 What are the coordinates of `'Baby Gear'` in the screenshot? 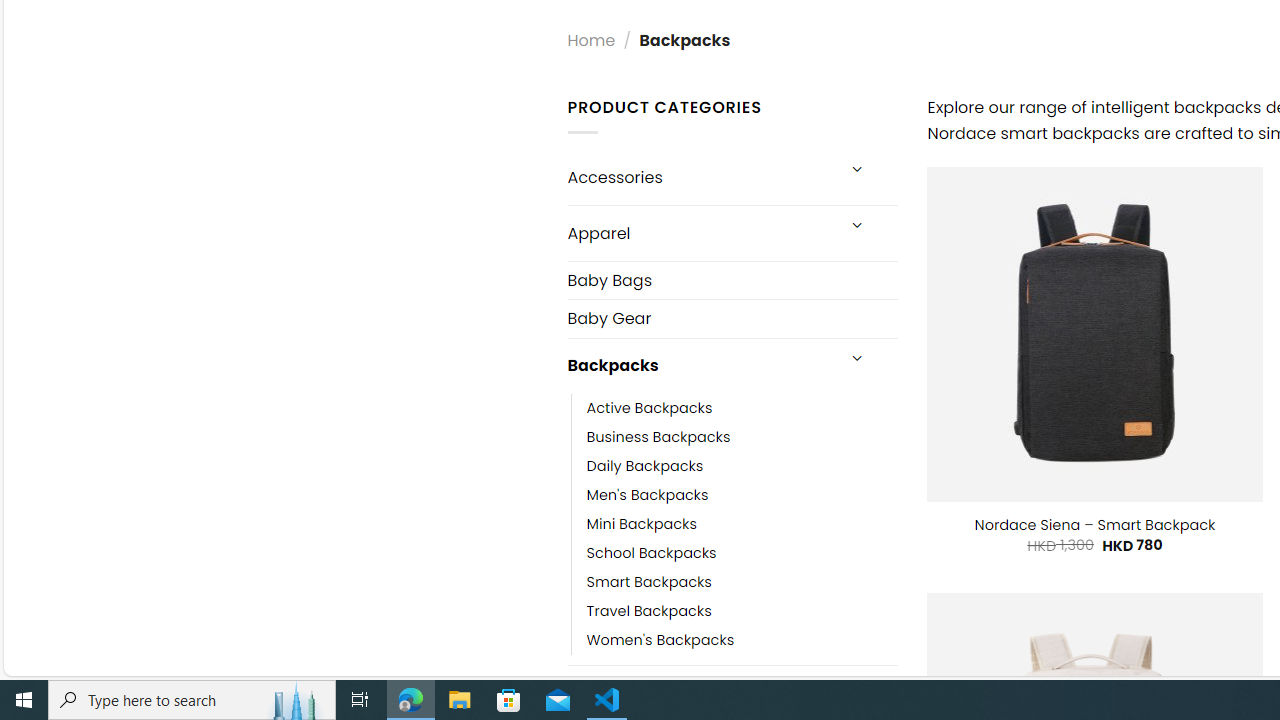 It's located at (731, 317).